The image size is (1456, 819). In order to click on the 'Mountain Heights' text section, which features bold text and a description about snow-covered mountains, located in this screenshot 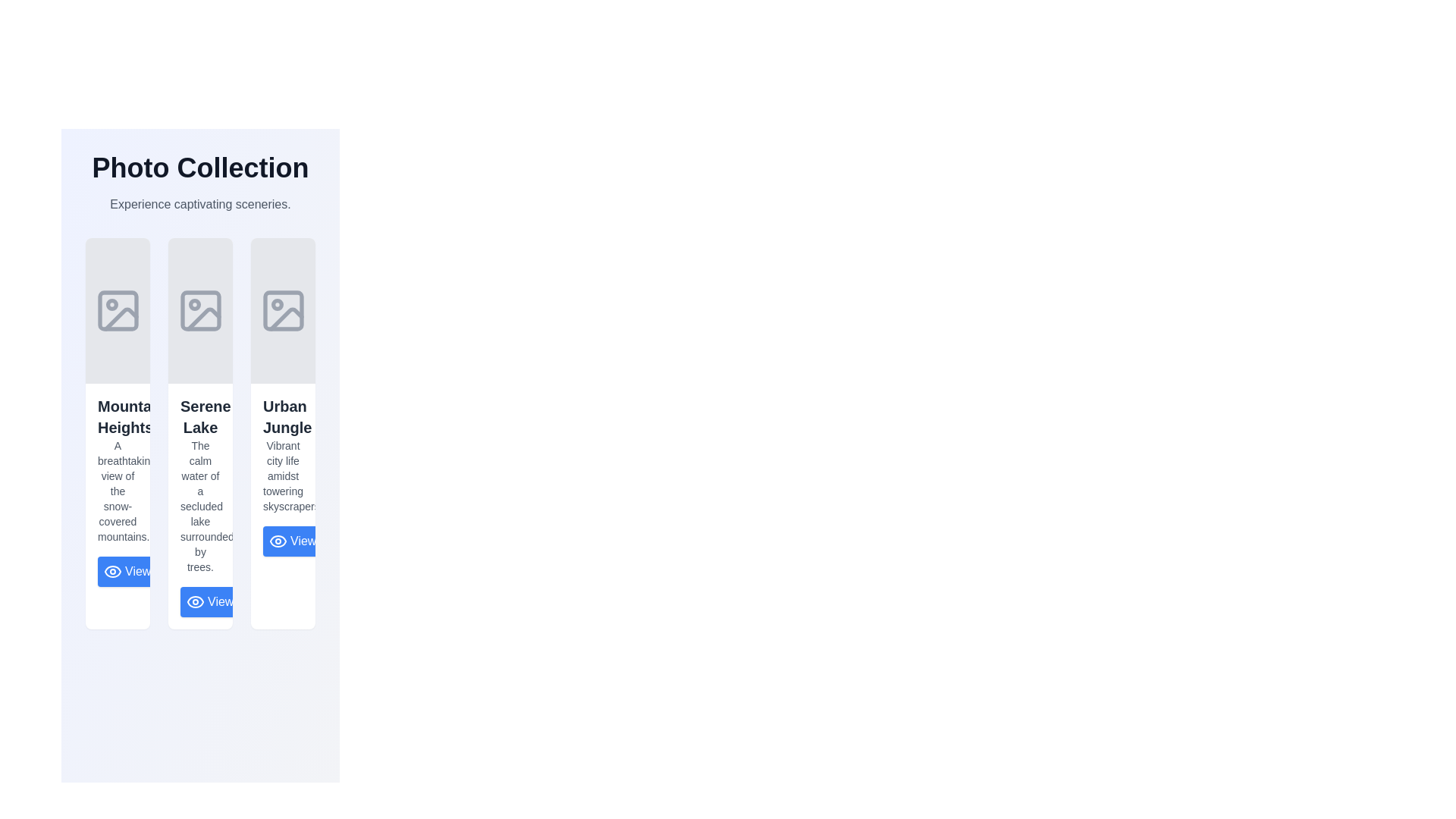, I will do `click(117, 491)`.